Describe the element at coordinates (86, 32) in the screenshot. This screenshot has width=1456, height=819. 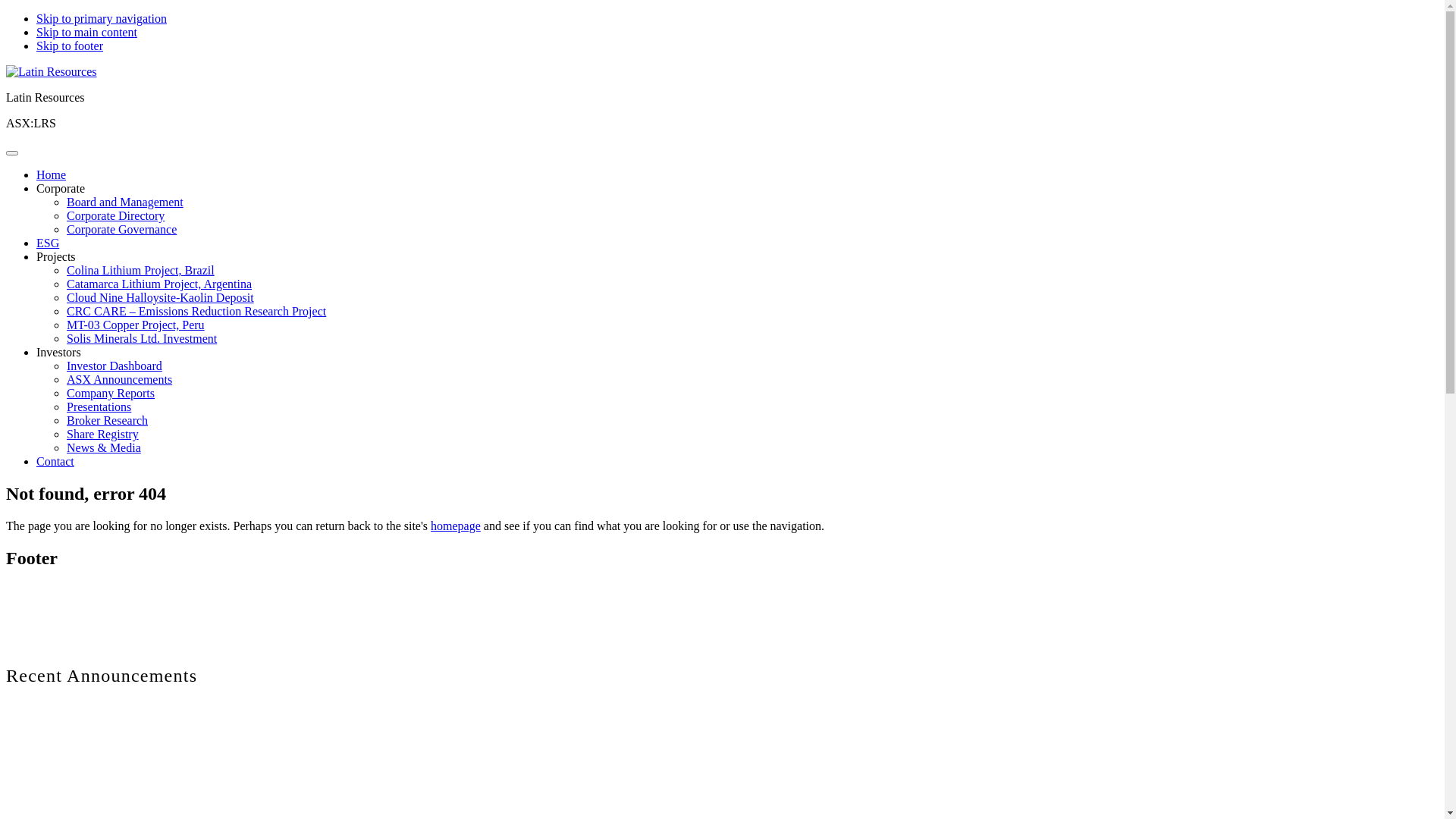
I see `'Skip to main content'` at that location.